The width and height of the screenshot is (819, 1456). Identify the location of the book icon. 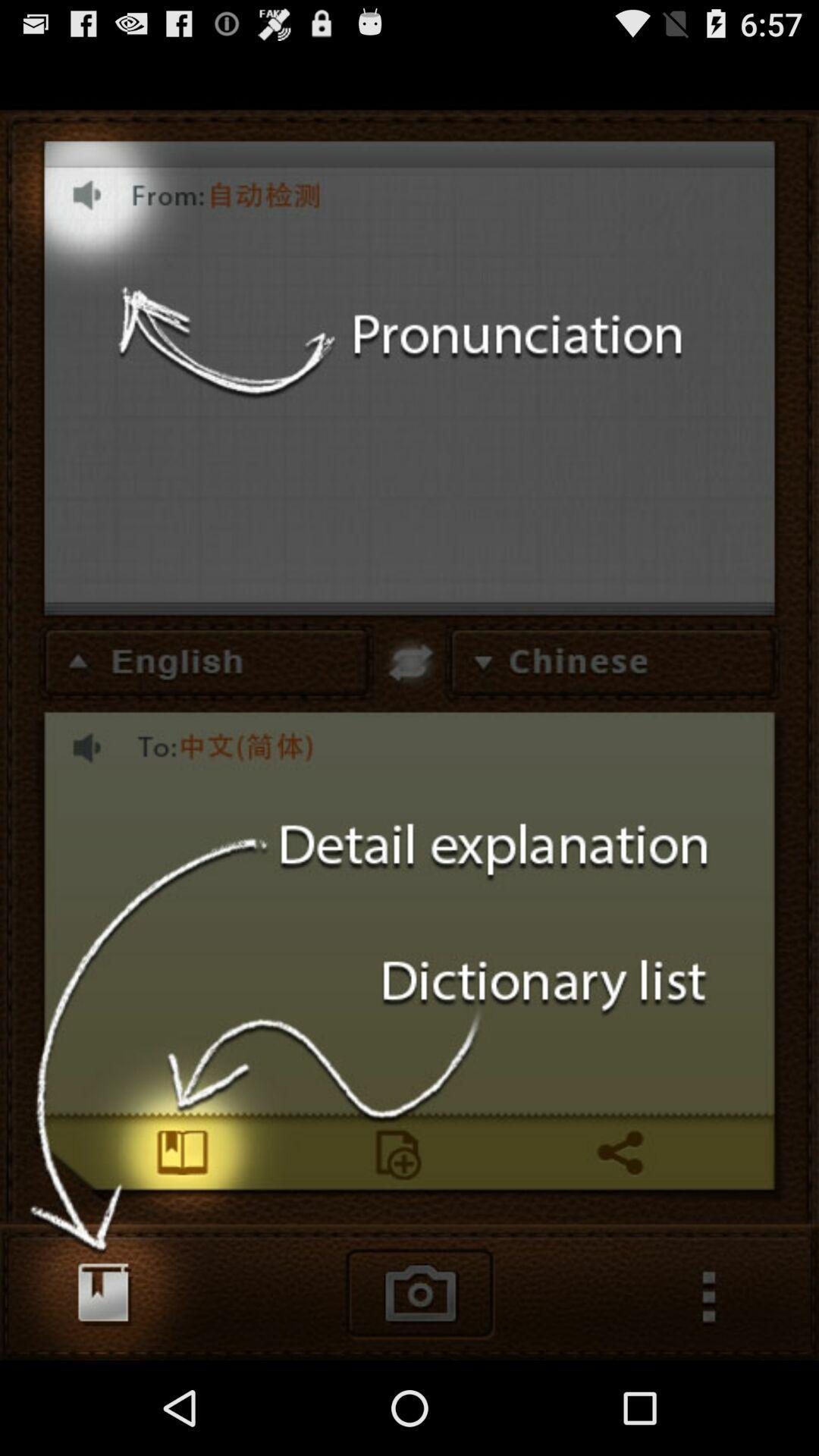
(101, 1401).